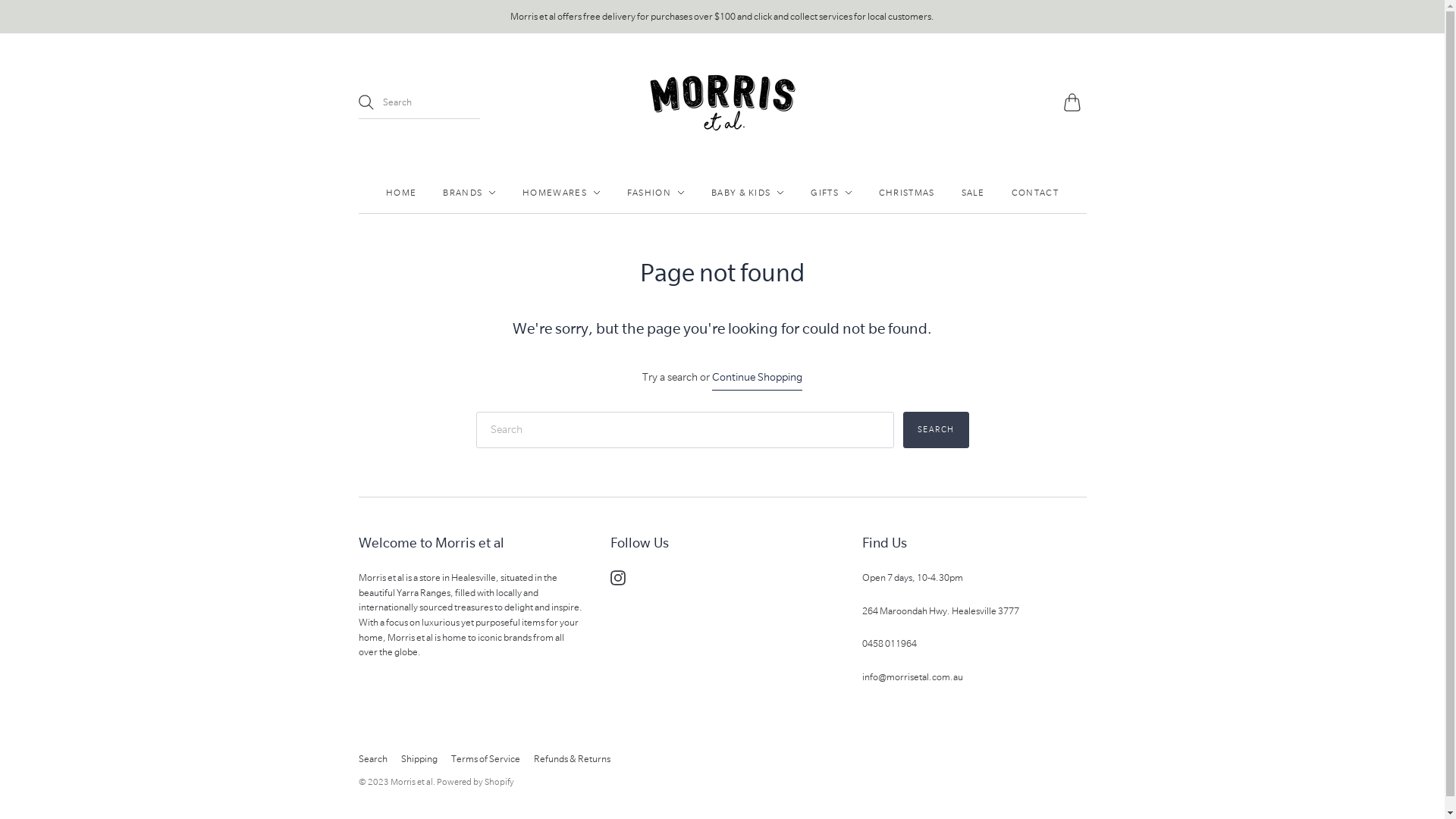 This screenshot has width=1456, height=819. I want to click on 'HOME', so click(400, 192).